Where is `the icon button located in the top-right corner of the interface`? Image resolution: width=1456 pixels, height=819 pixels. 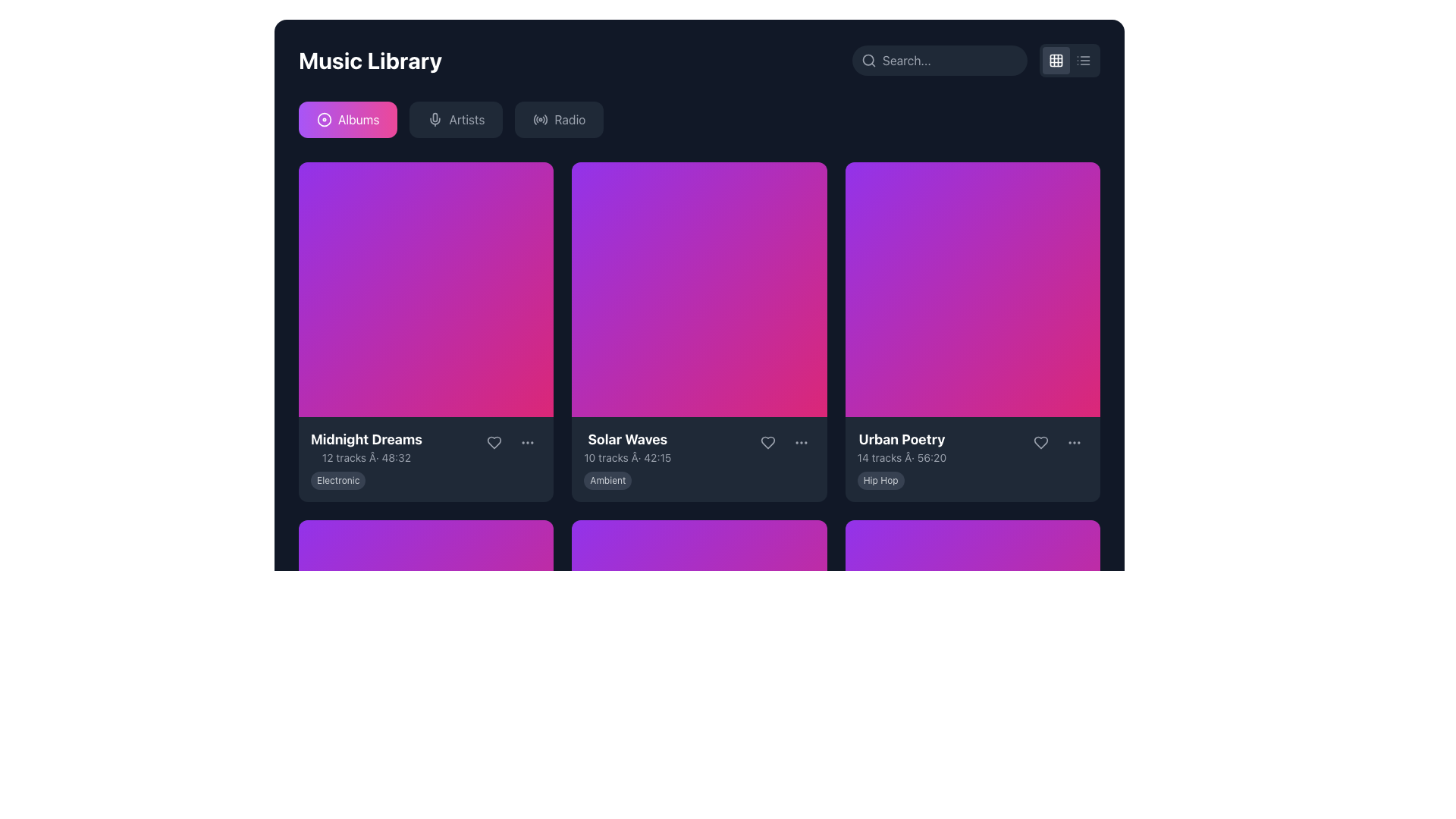 the icon button located in the top-right corner of the interface is located at coordinates (1083, 60).